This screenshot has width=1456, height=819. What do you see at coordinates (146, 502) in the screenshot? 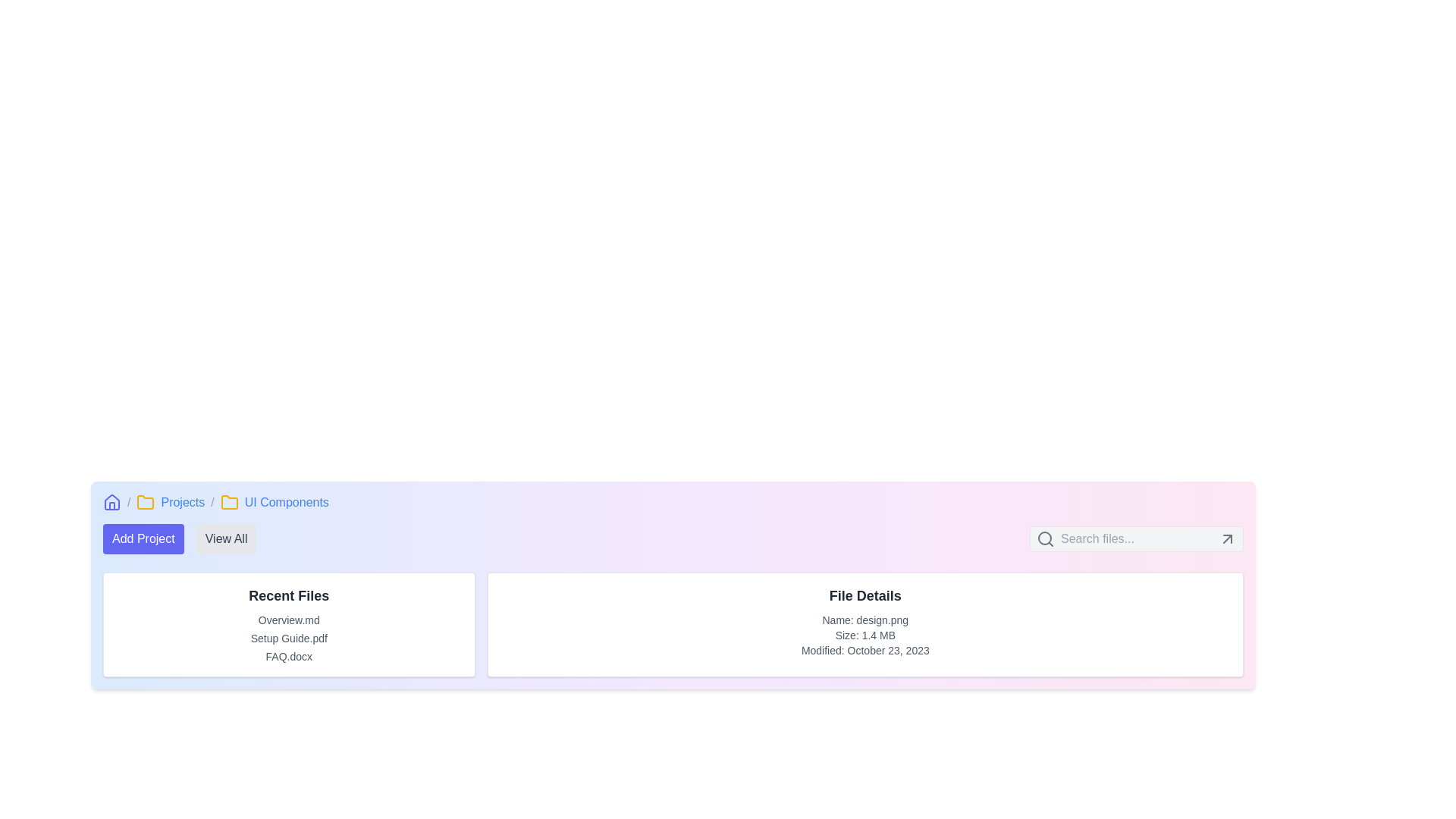
I see `the folder icon labeled 'UI Components' located in the navigation breadcrumb bar next to the red icon` at bounding box center [146, 502].